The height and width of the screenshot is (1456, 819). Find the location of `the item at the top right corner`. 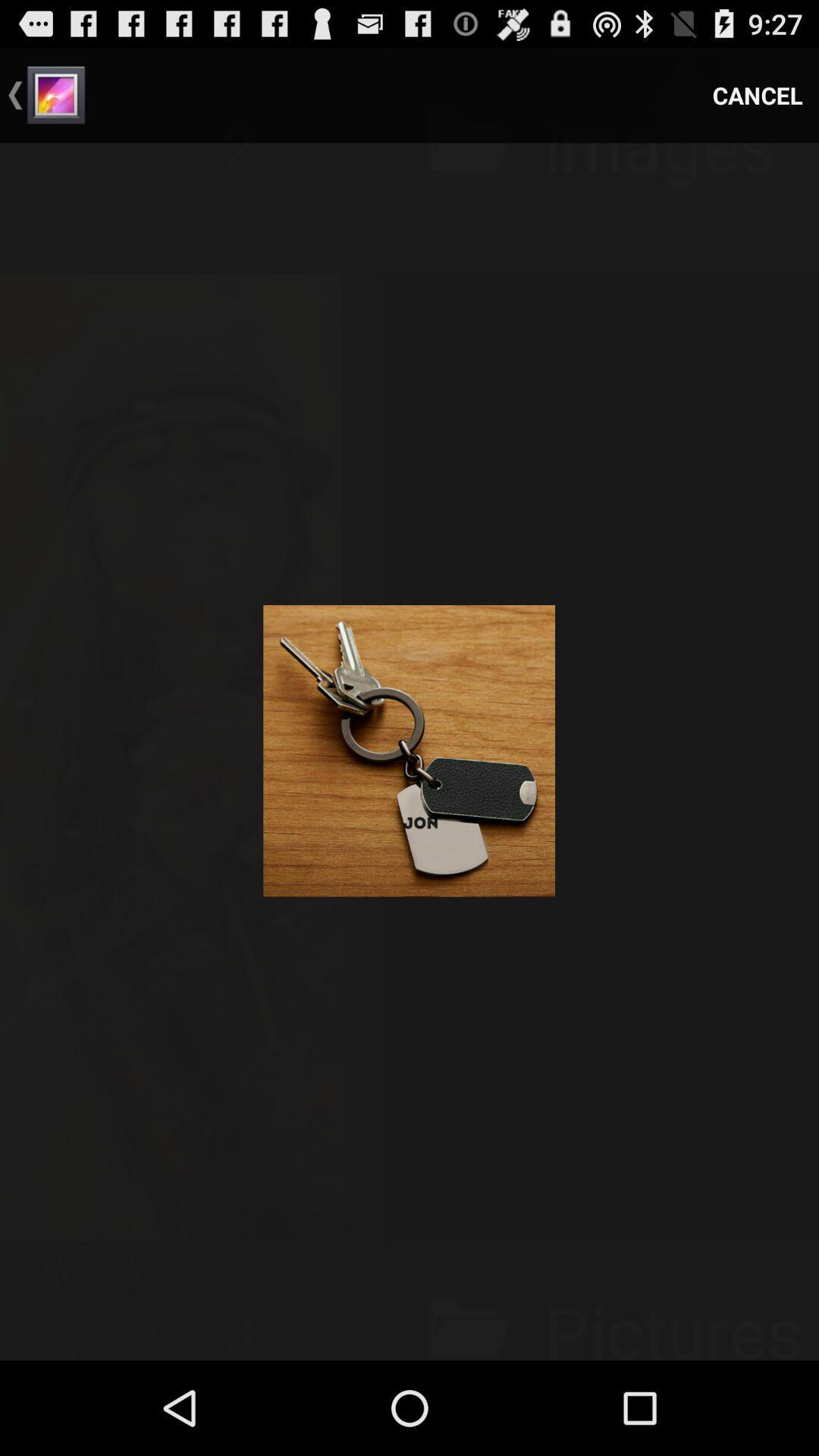

the item at the top right corner is located at coordinates (758, 94).